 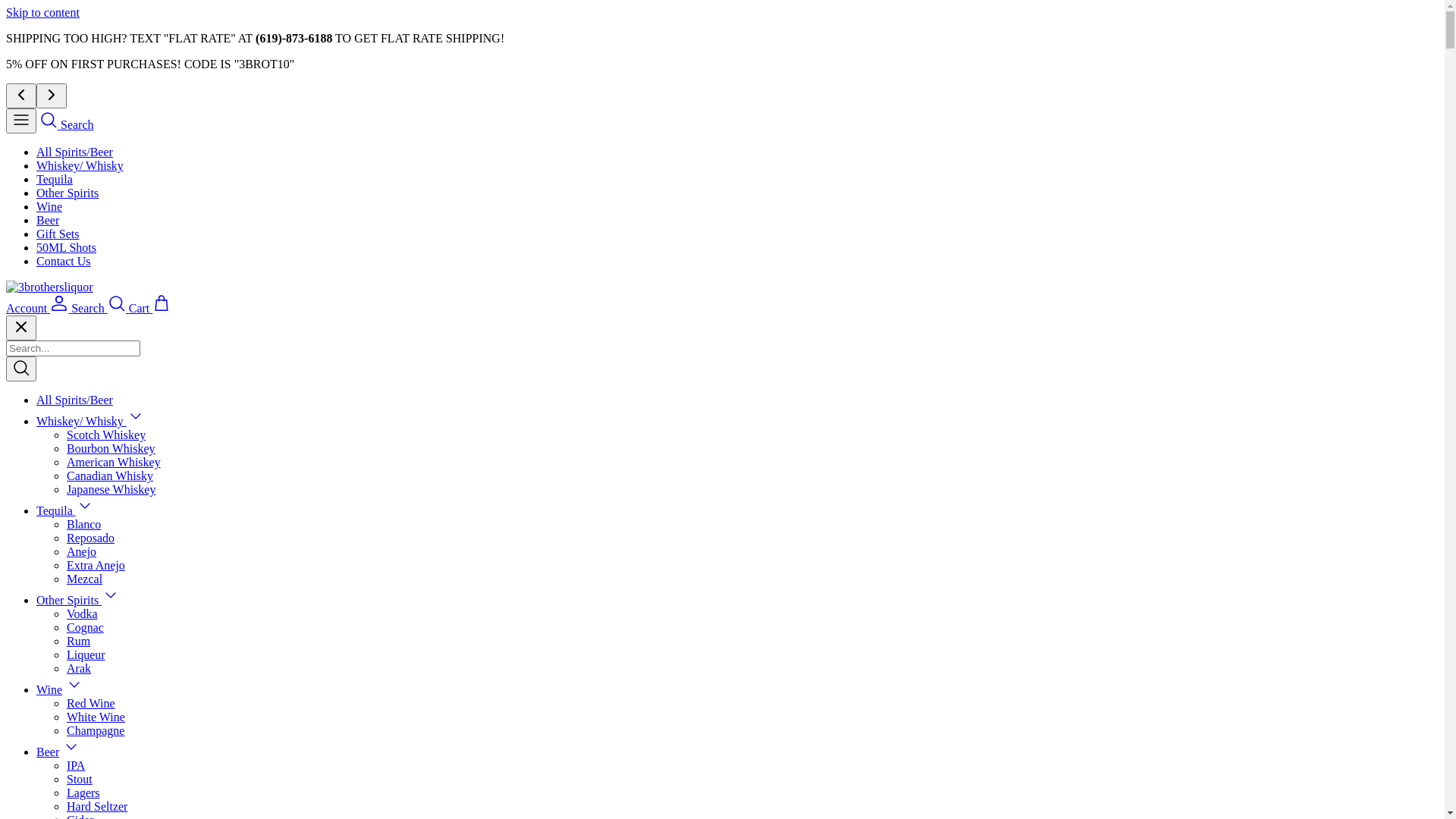 What do you see at coordinates (55, 510) in the screenshot?
I see `'Tequila'` at bounding box center [55, 510].